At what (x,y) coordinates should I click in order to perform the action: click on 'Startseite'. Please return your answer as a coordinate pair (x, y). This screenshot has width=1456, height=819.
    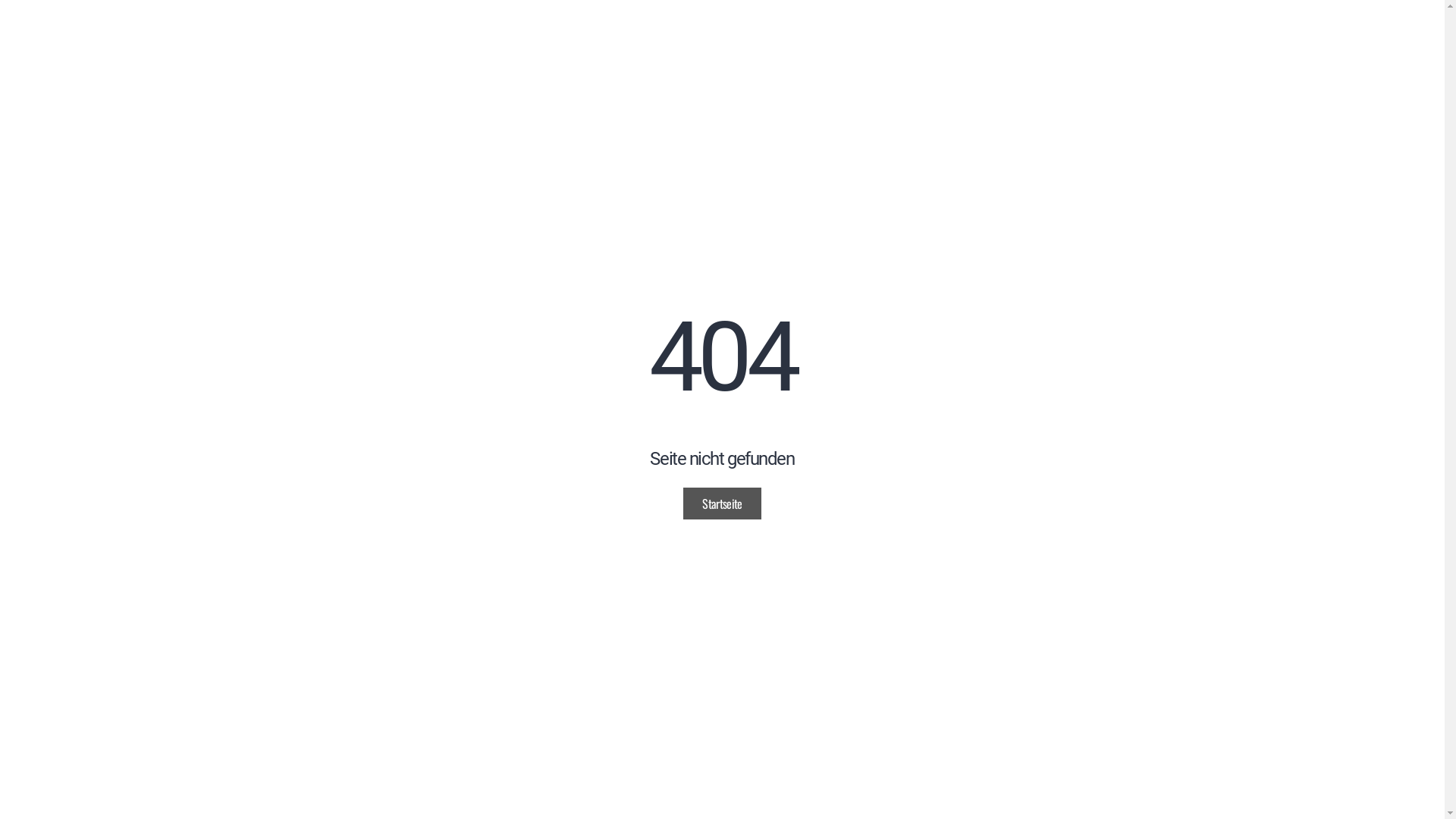
    Looking at the image, I should click on (682, 503).